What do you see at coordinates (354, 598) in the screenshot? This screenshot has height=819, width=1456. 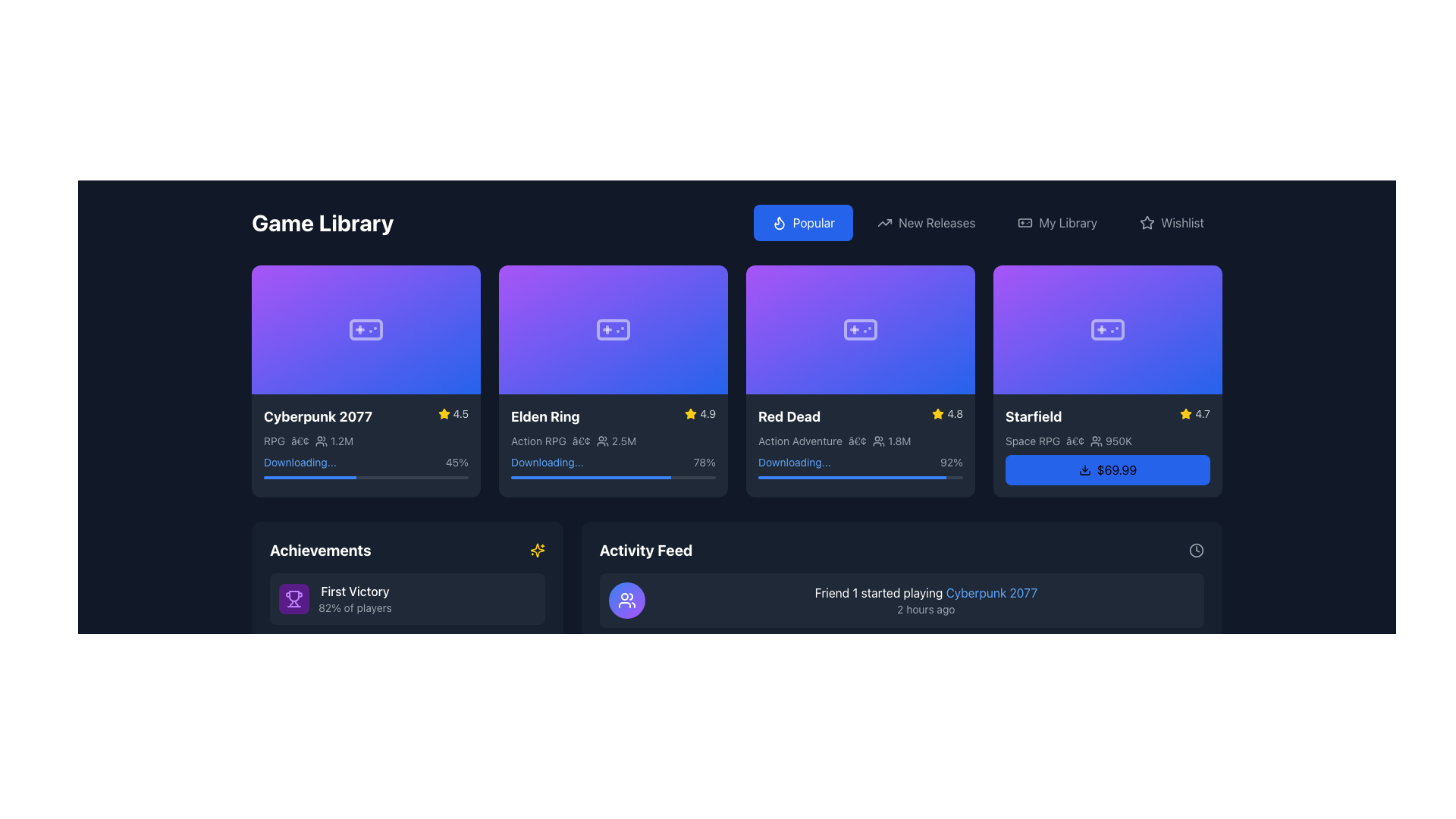 I see `achievement information displayed in the card, specifically the milestone 'First Victory' and the statistic '82% of players', located in the bottom-left portion of the interface adjacent to the purple trophy icon` at bounding box center [354, 598].